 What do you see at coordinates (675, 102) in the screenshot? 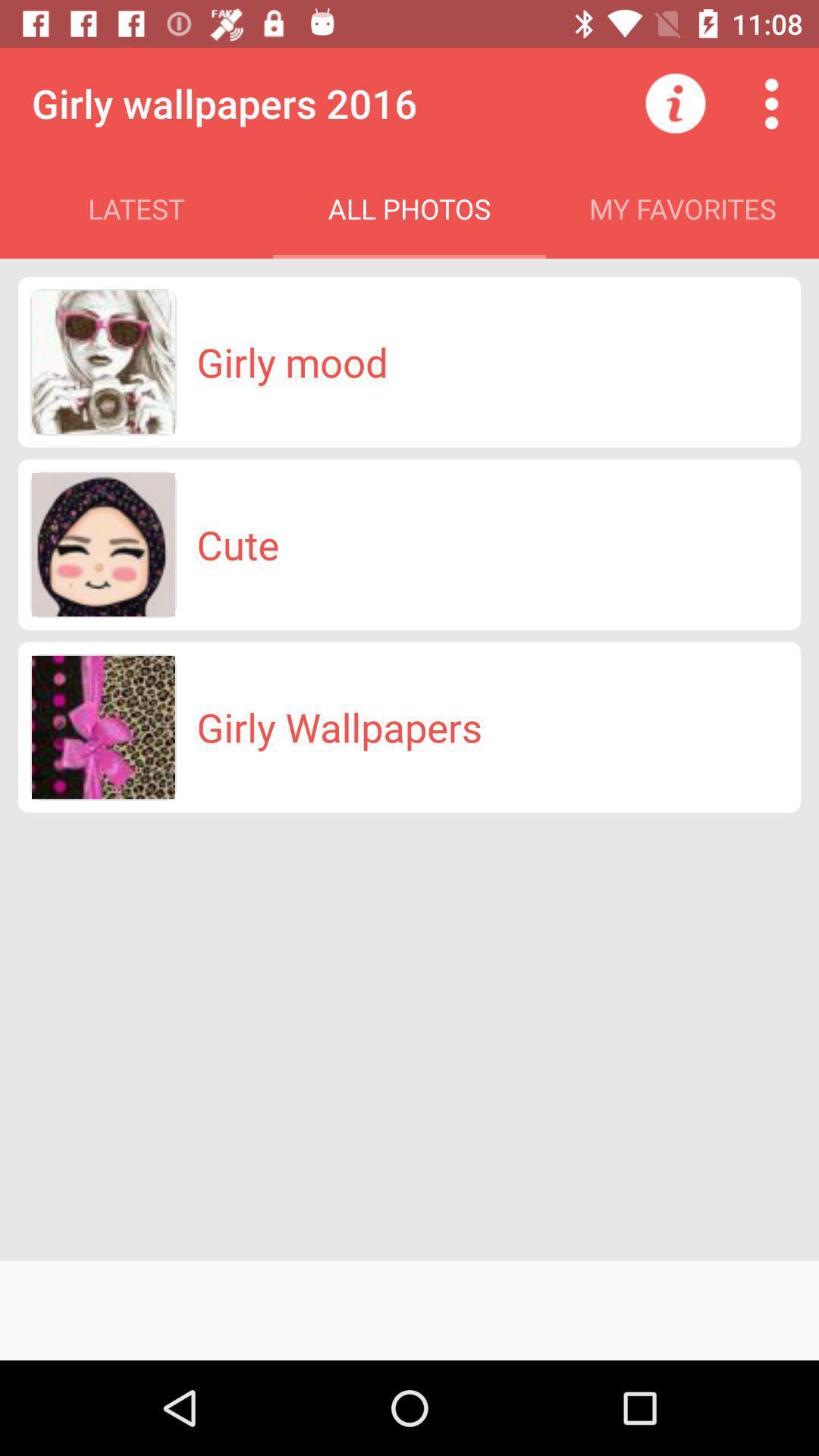
I see `the item above the my favorites icon` at bounding box center [675, 102].